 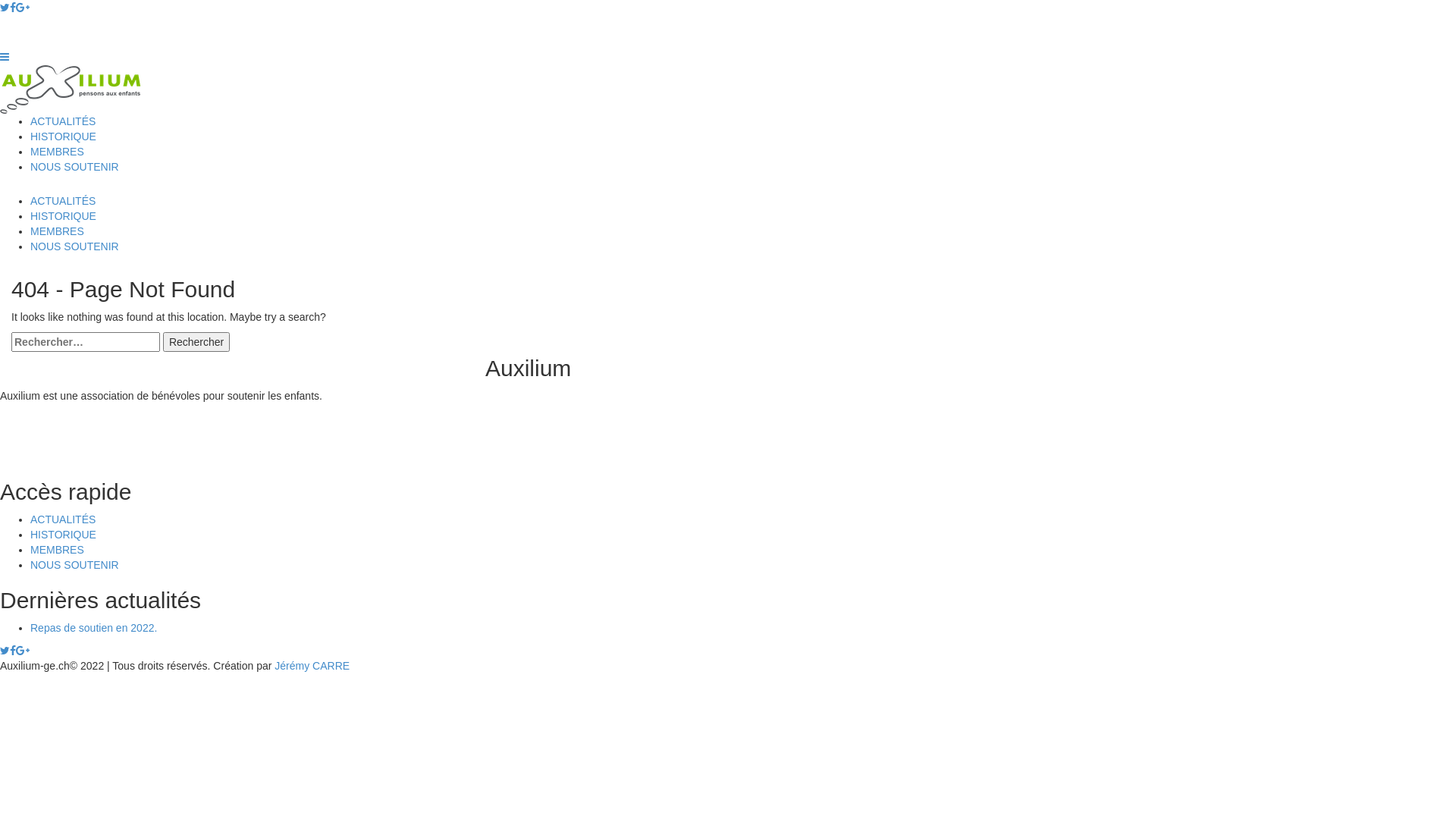 I want to click on 'NOUS SOUTENIR', so click(x=74, y=245).